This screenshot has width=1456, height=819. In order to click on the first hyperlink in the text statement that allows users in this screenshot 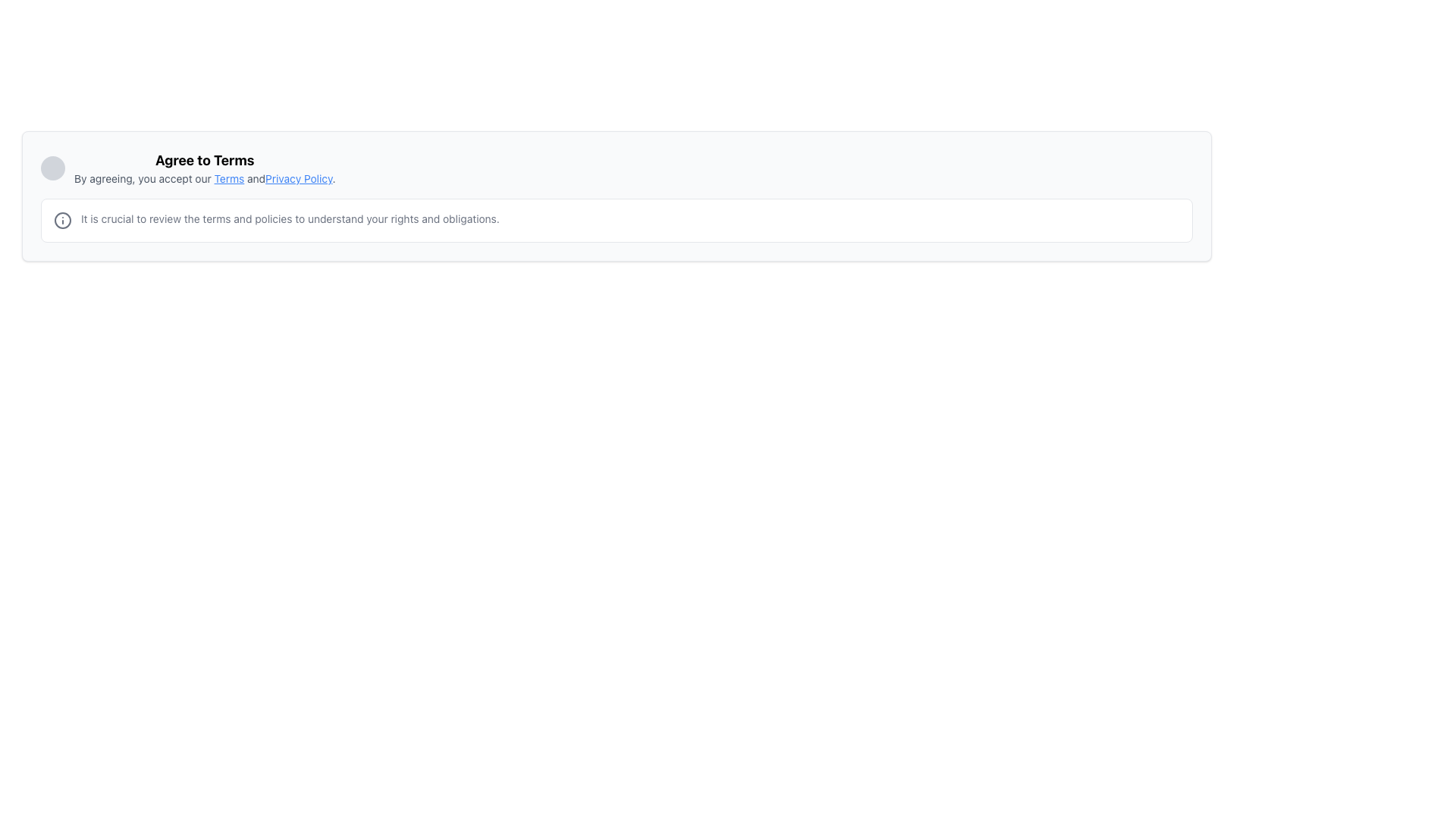, I will do `click(228, 177)`.